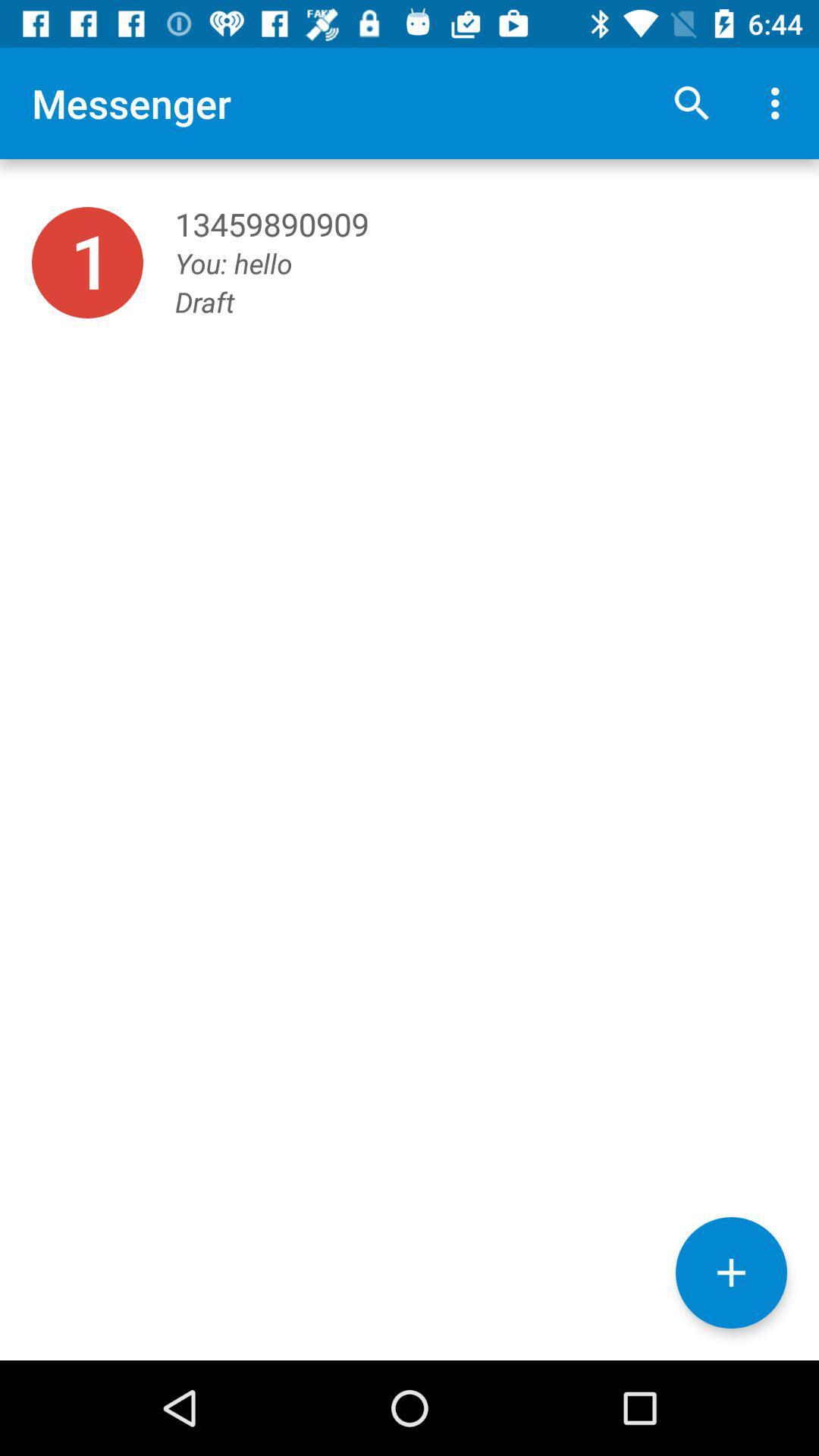  I want to click on app to the right of the messenger, so click(691, 102).